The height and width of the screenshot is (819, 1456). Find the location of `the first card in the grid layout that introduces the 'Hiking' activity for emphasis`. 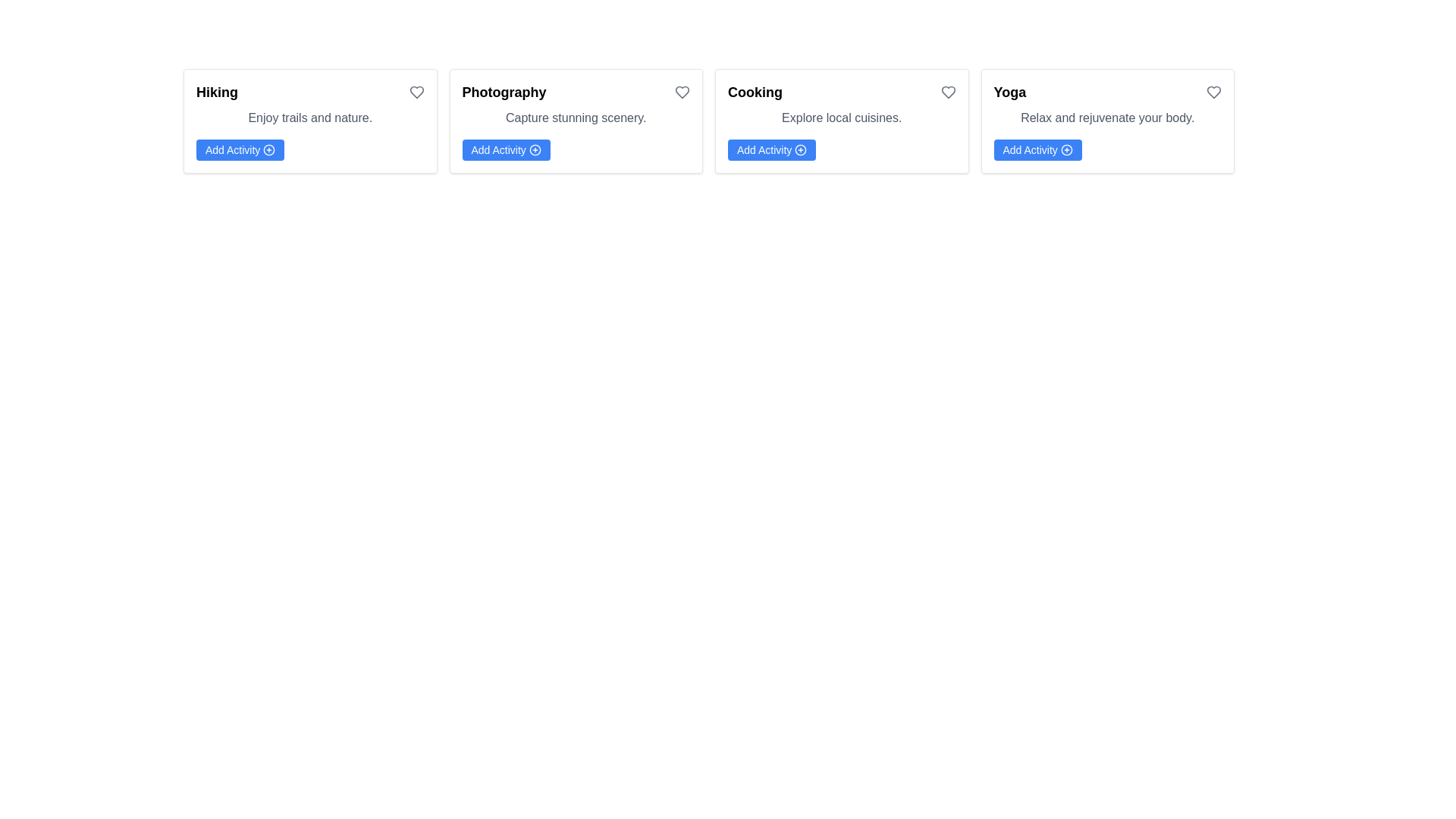

the first card in the grid layout that introduces the 'Hiking' activity for emphasis is located at coordinates (309, 120).